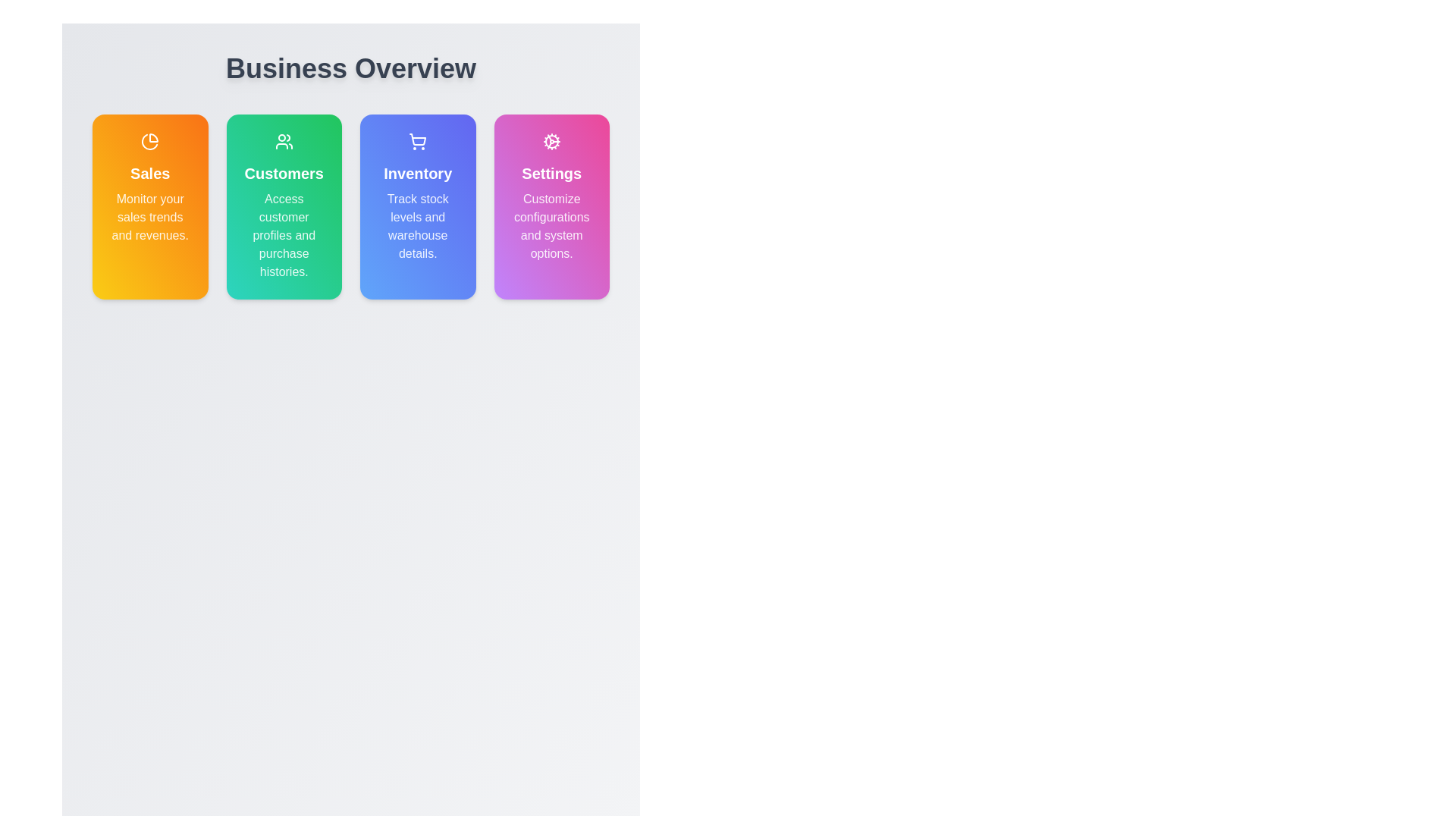 The width and height of the screenshot is (1456, 819). Describe the element at coordinates (150, 217) in the screenshot. I see `the second text element within the orange card titled 'Sales' in the 'Business Overview' section, which provides an informative description about the Sales section` at that location.